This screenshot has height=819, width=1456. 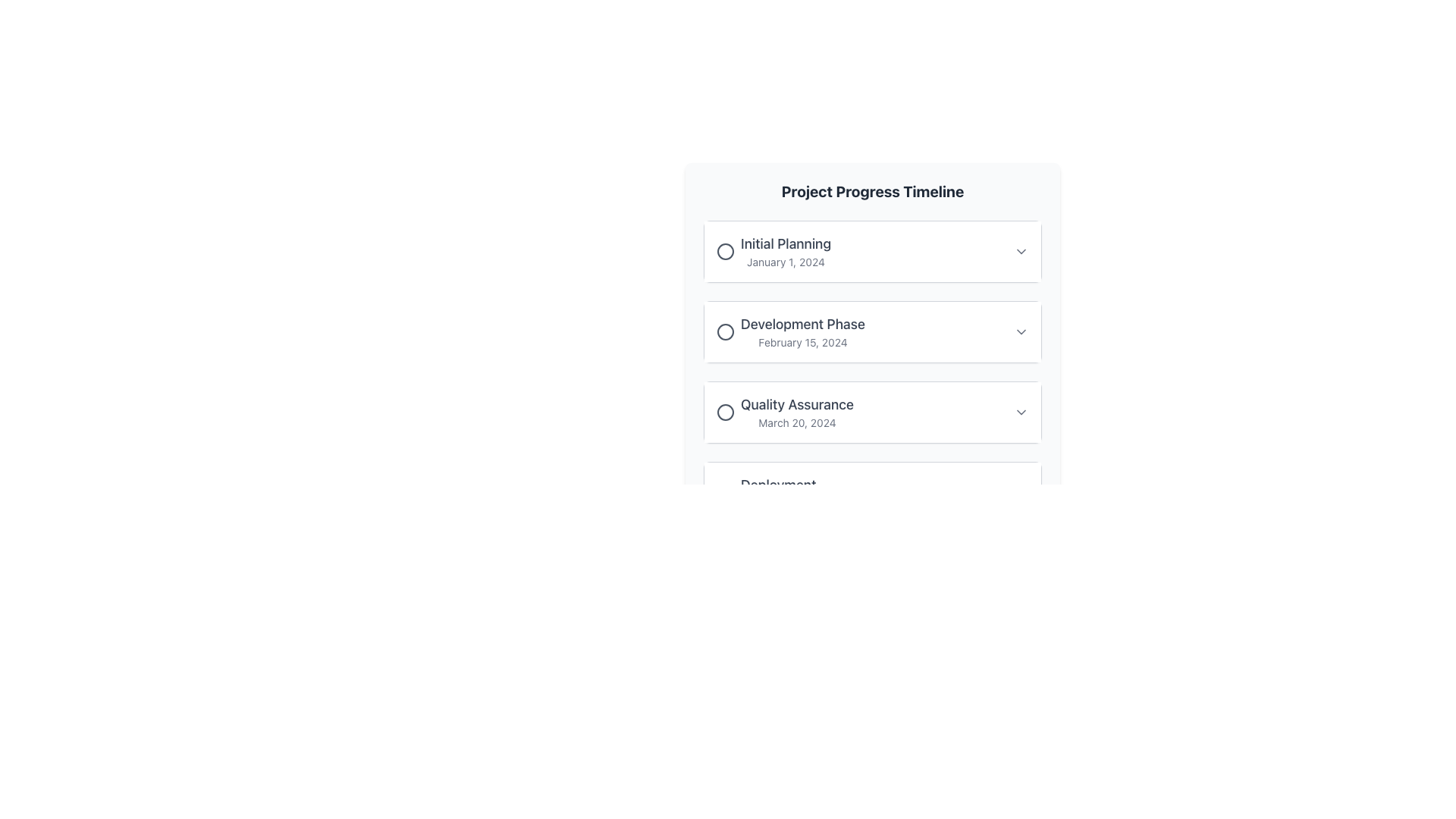 What do you see at coordinates (796, 403) in the screenshot?
I see `the 'Quality Assurance' text label in the Project Progress Timeline, which is positioned between 'Development Phase' and 'Deployment'` at bounding box center [796, 403].